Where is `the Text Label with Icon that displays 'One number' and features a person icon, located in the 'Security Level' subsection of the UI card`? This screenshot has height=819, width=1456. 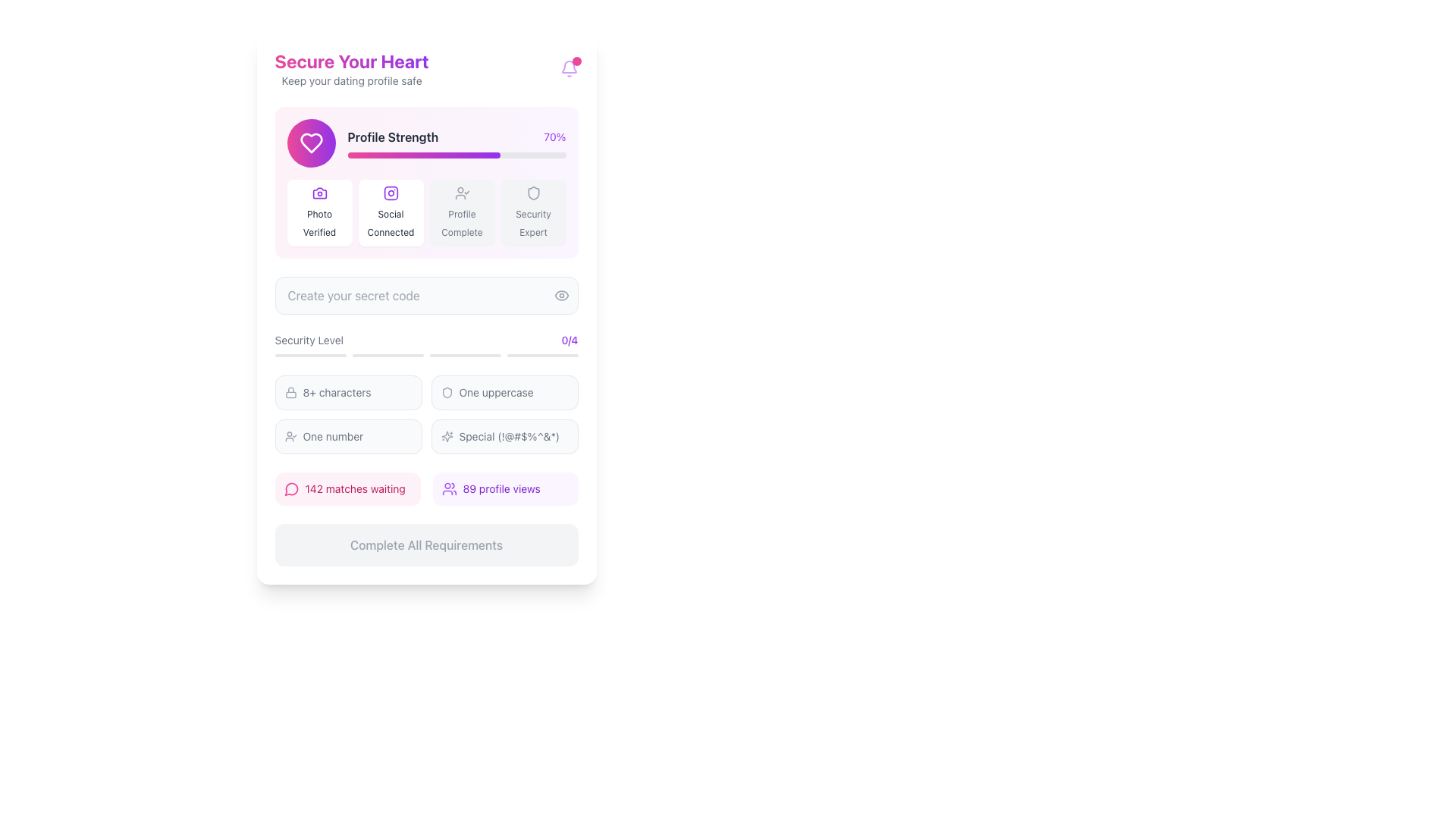 the Text Label with Icon that displays 'One number' and features a person icon, located in the 'Security Level' subsection of the UI card is located at coordinates (347, 436).